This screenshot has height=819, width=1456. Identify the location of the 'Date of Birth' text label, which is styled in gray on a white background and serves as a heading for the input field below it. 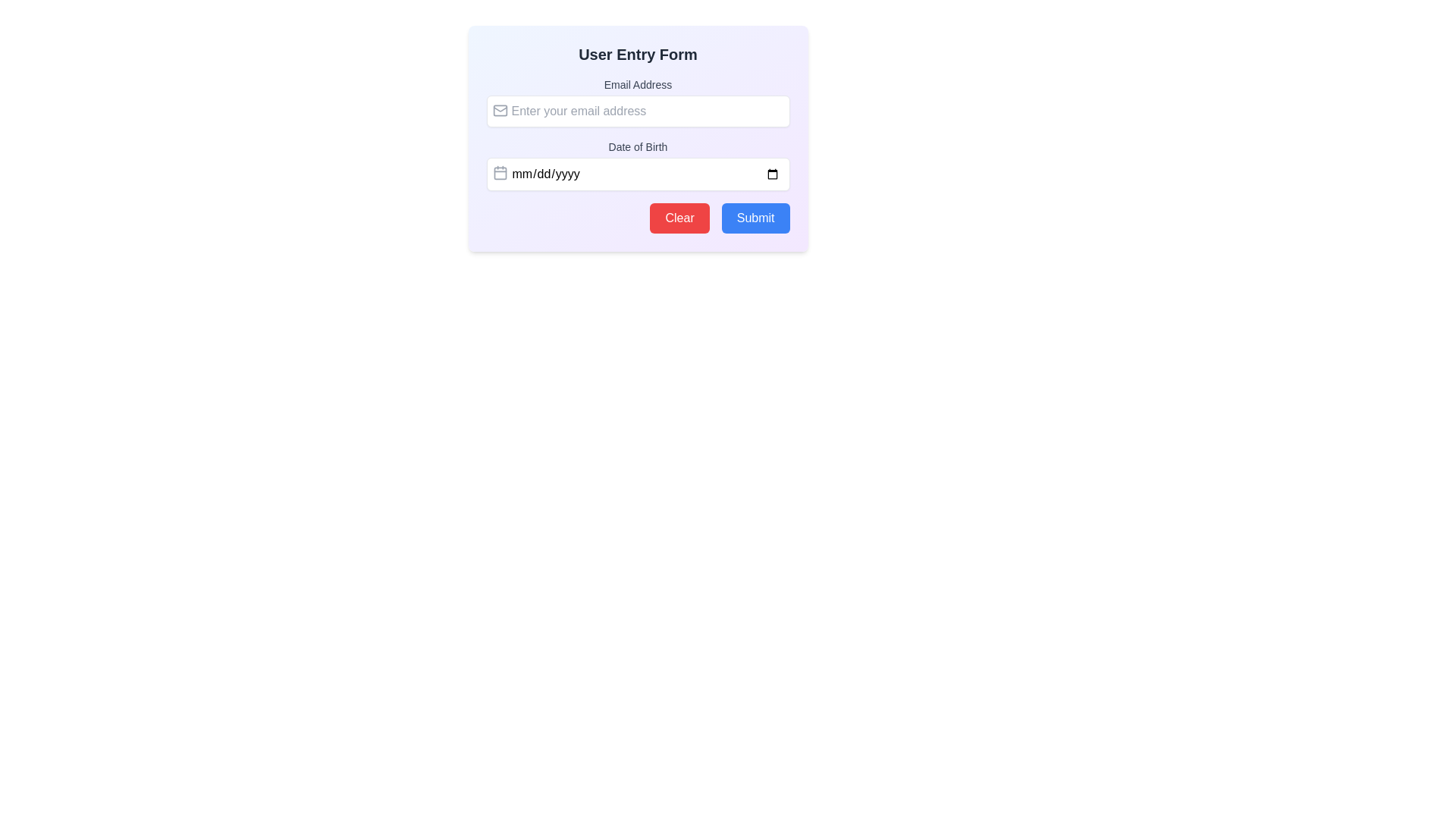
(638, 146).